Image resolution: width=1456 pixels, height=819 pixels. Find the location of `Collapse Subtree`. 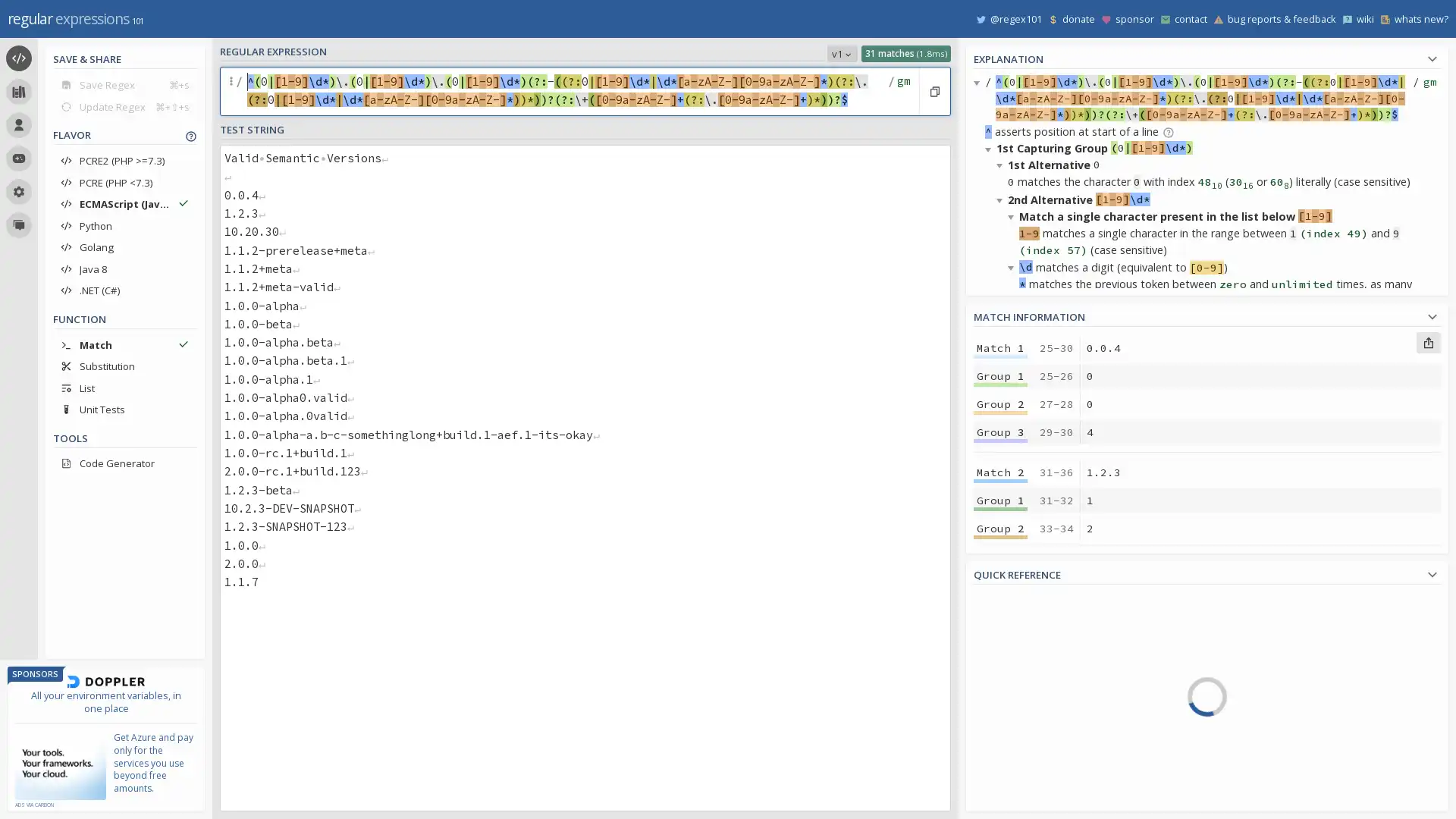

Collapse Subtree is located at coordinates (1013, 644).